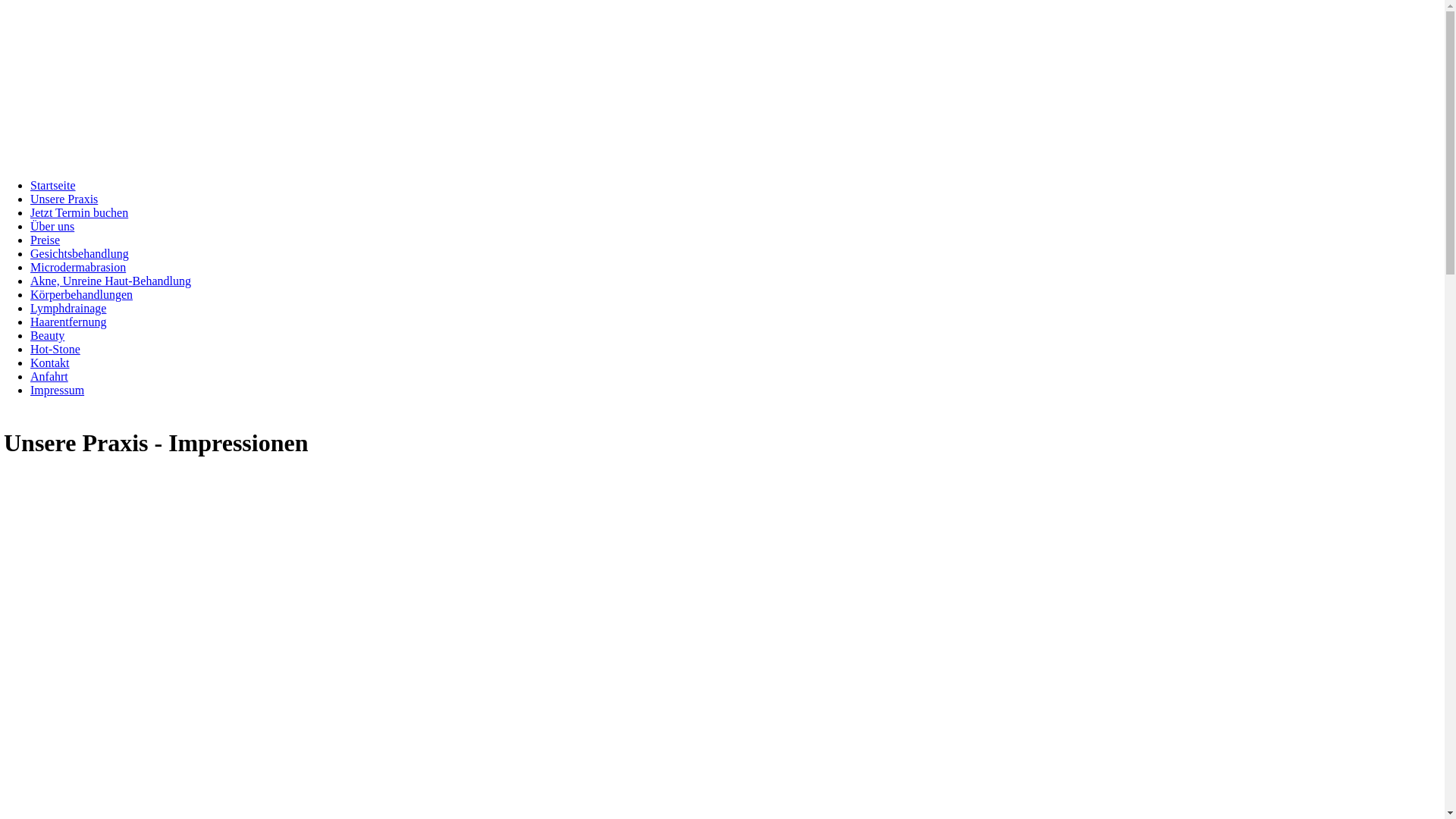 This screenshot has width=1456, height=819. What do you see at coordinates (63, 198) in the screenshot?
I see `'Unsere Praxis'` at bounding box center [63, 198].